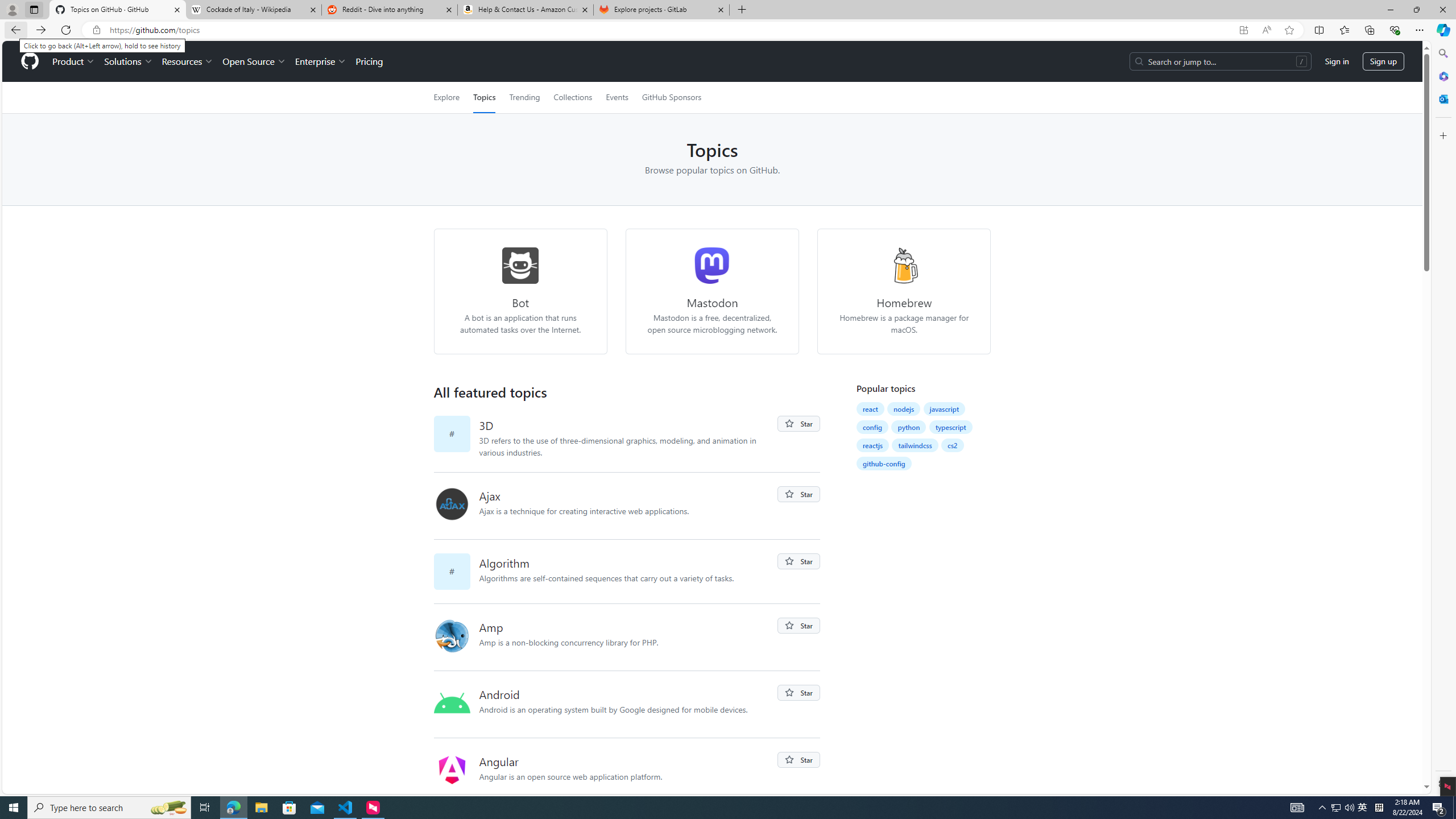 This screenshot has width=1456, height=819. Describe the element at coordinates (872, 427) in the screenshot. I see `'config'` at that location.